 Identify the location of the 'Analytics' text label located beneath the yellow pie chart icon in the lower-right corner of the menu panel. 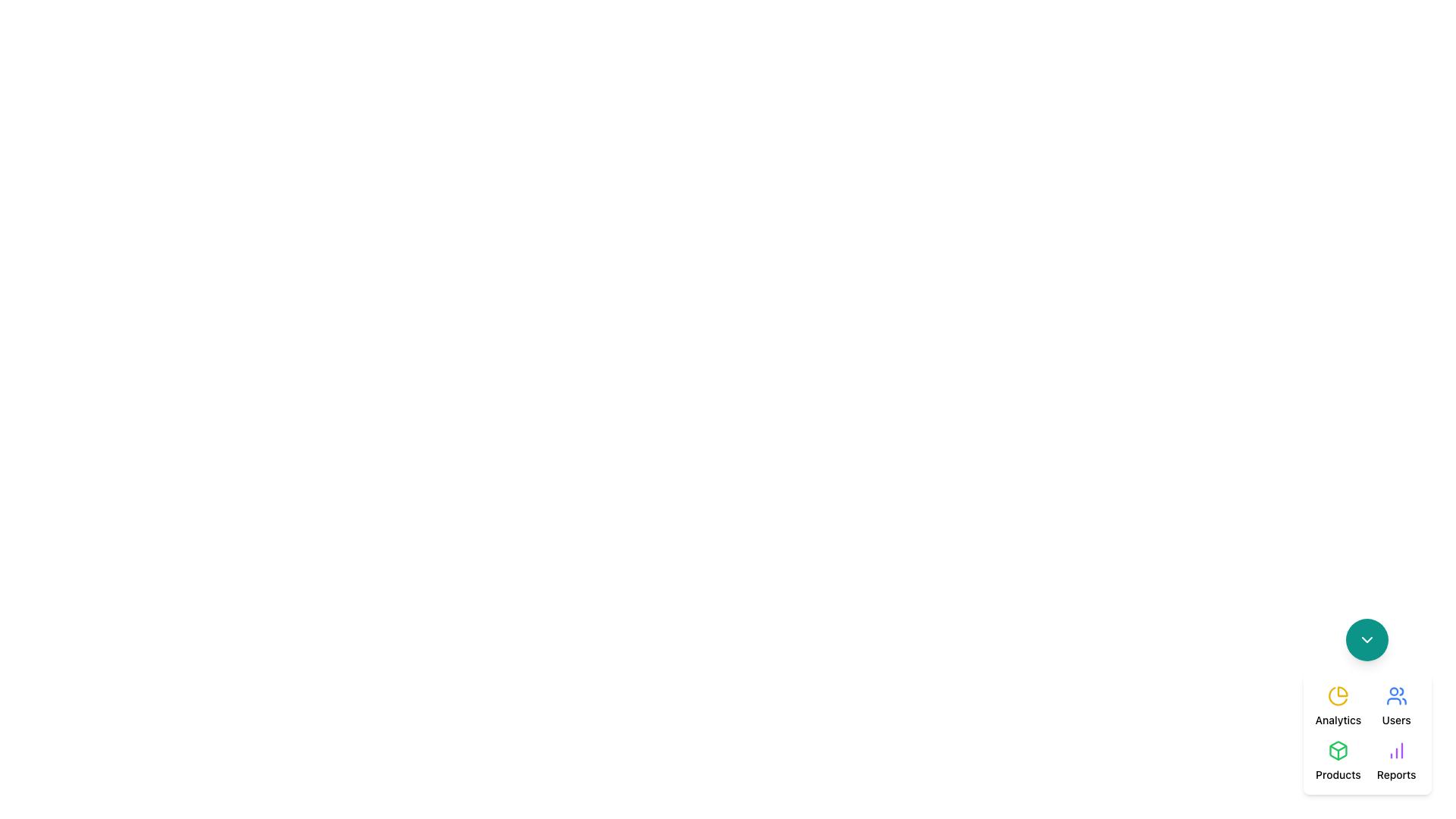
(1338, 719).